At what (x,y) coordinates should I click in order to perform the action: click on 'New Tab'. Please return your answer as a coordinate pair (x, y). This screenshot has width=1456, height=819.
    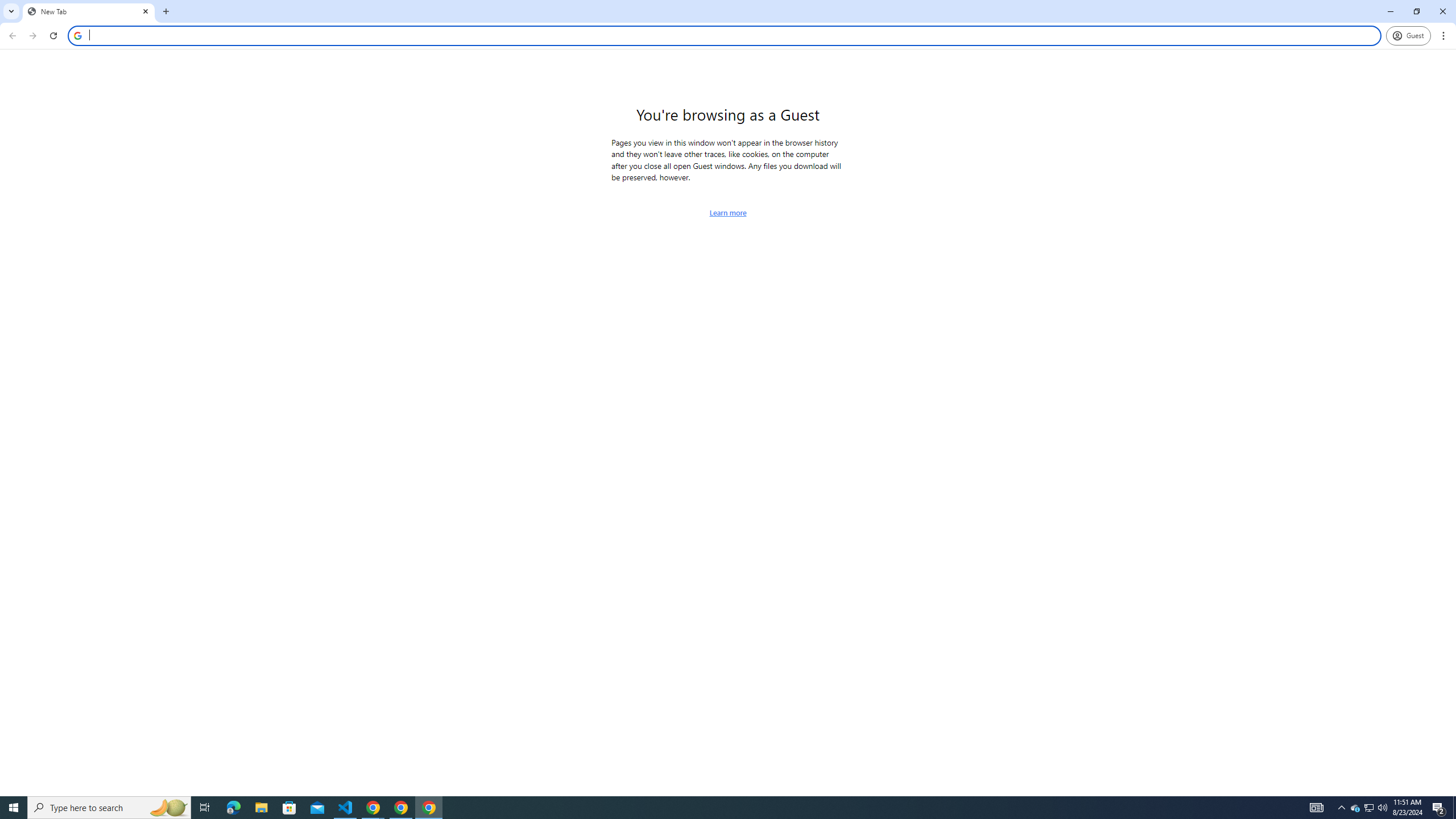
    Looking at the image, I should click on (88, 11).